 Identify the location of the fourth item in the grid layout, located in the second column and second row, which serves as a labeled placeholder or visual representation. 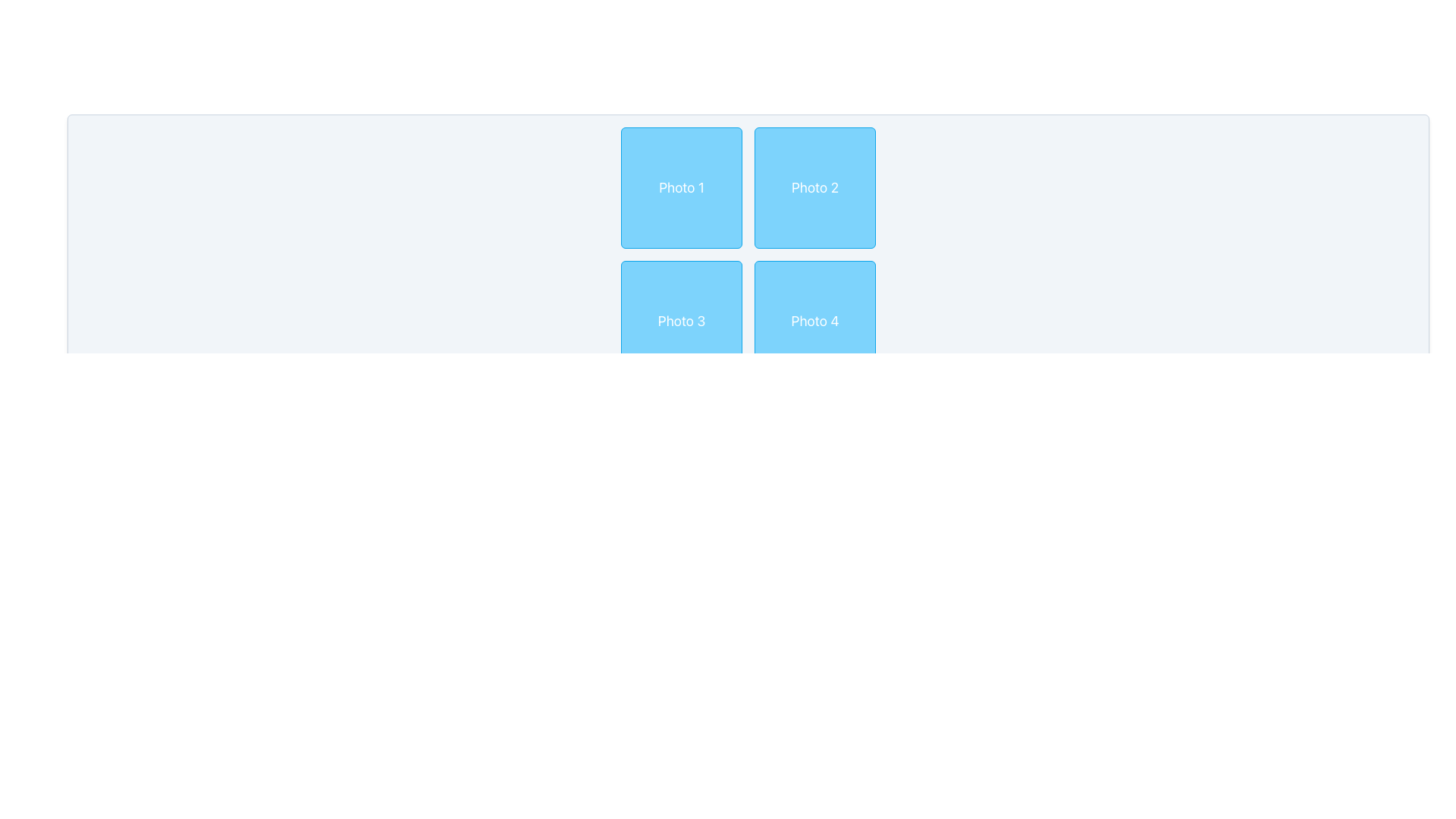
(814, 321).